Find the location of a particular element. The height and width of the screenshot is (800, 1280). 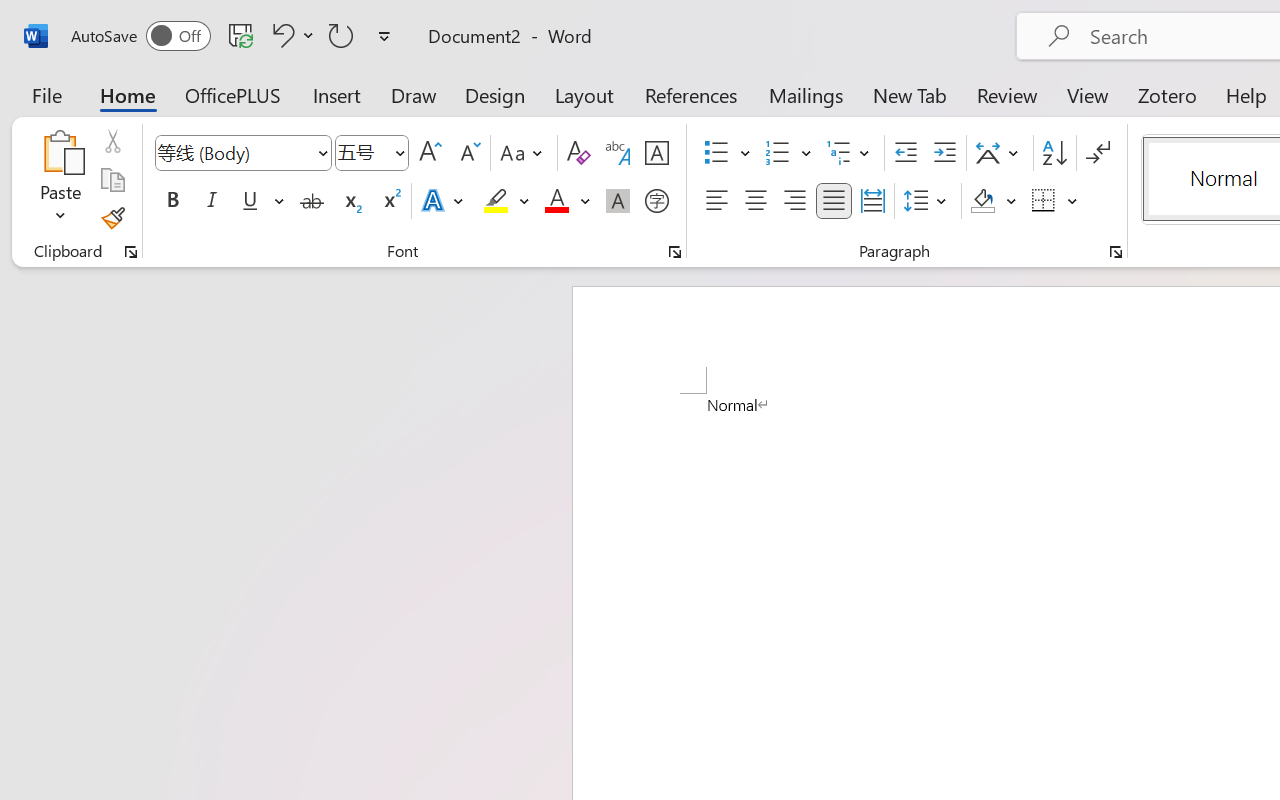

'Borders' is located at coordinates (1043, 201).